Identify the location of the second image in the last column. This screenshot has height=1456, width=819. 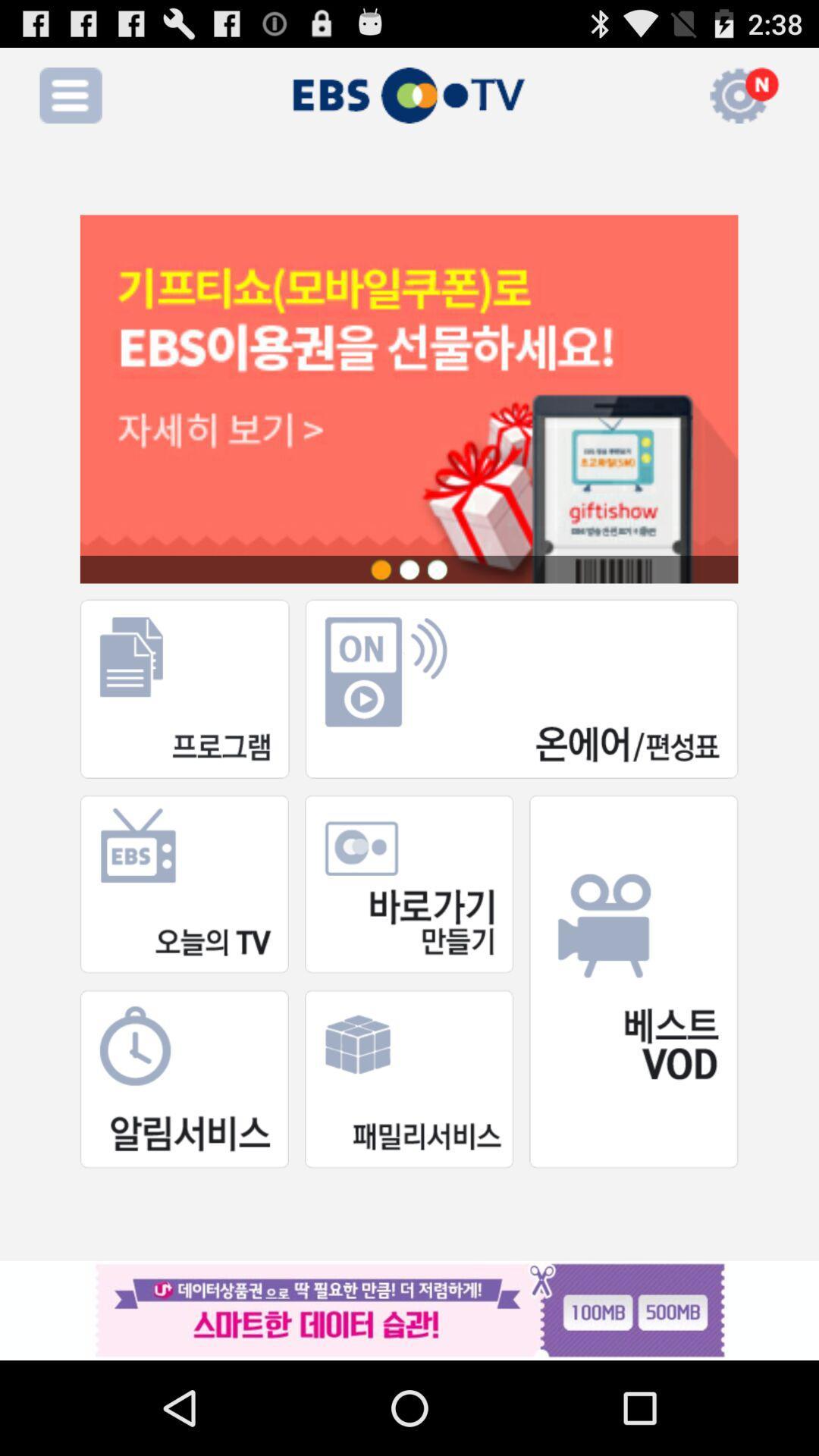
(408, 1078).